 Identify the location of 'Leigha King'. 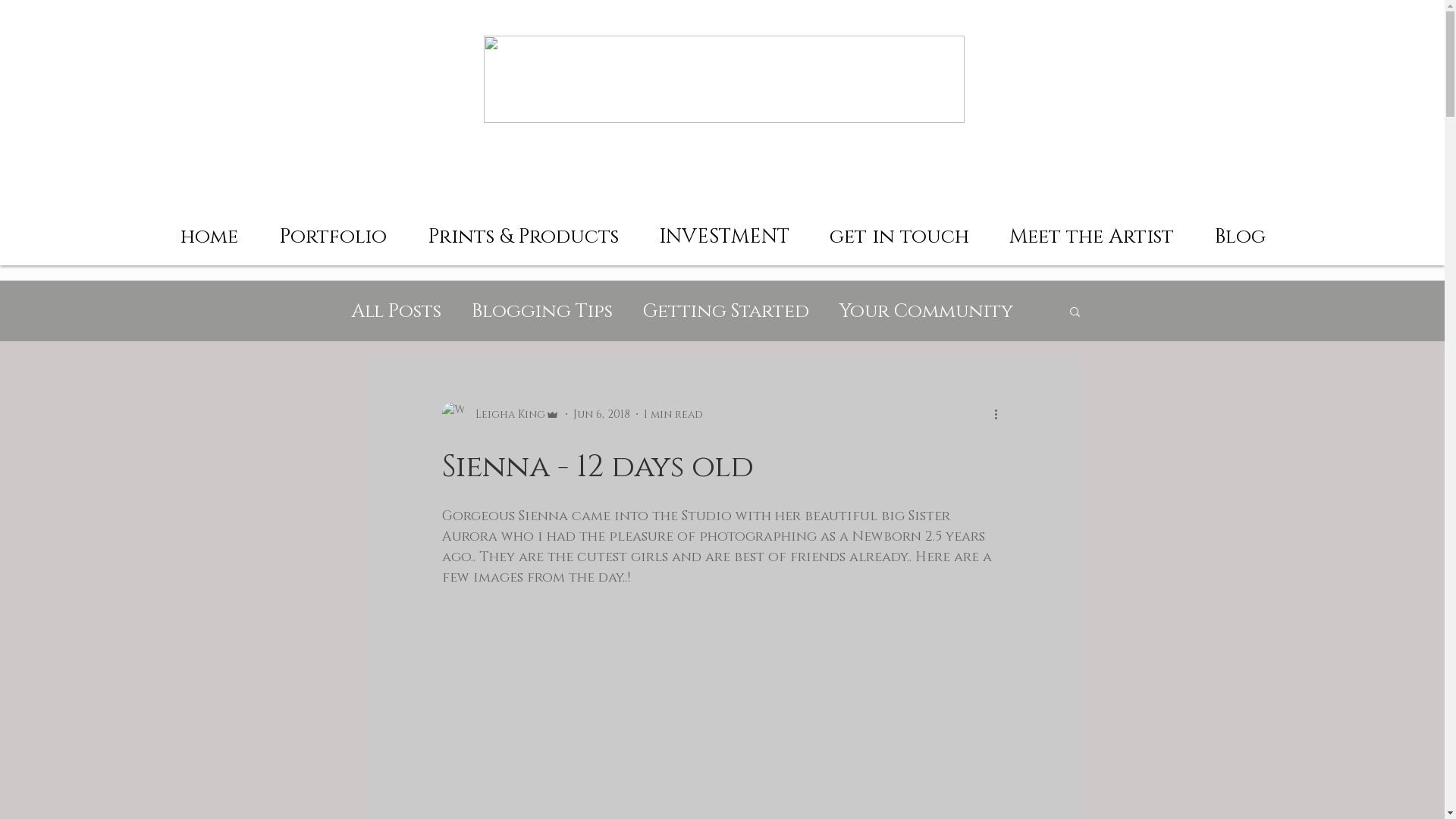
(440, 414).